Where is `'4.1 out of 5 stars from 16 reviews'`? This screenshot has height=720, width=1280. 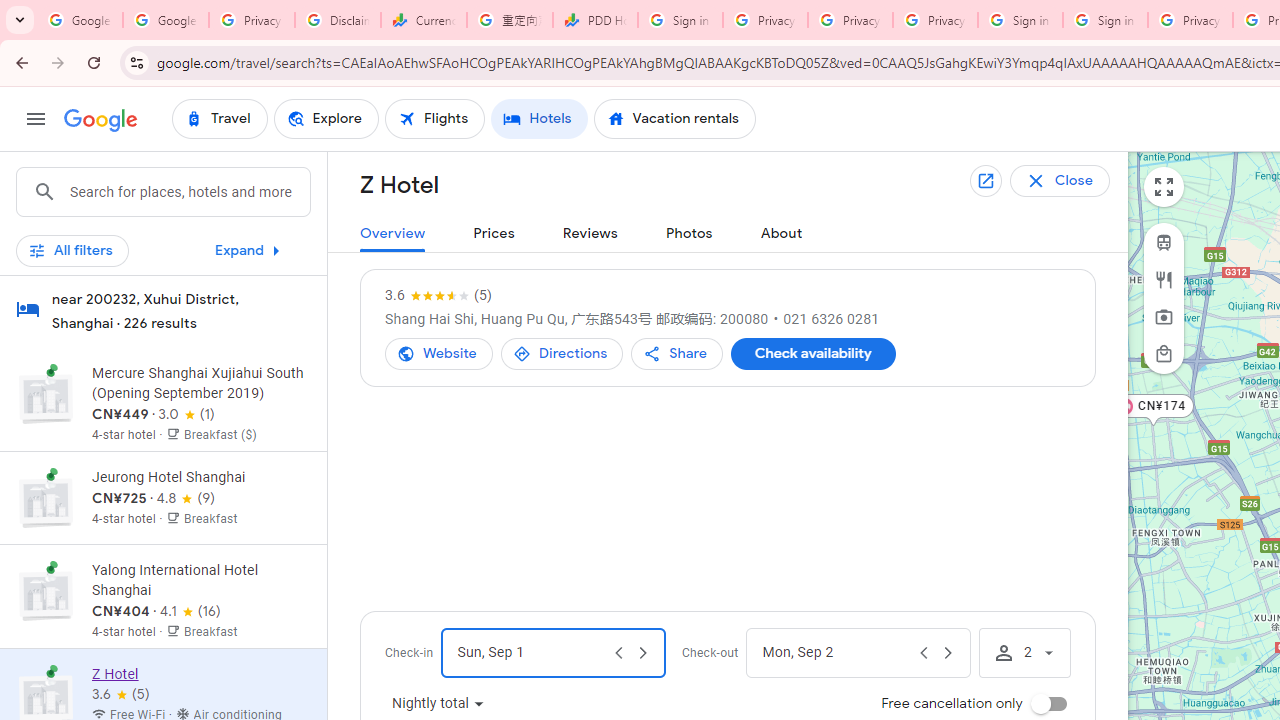 '4.1 out of 5 stars from 16 reviews' is located at coordinates (190, 611).